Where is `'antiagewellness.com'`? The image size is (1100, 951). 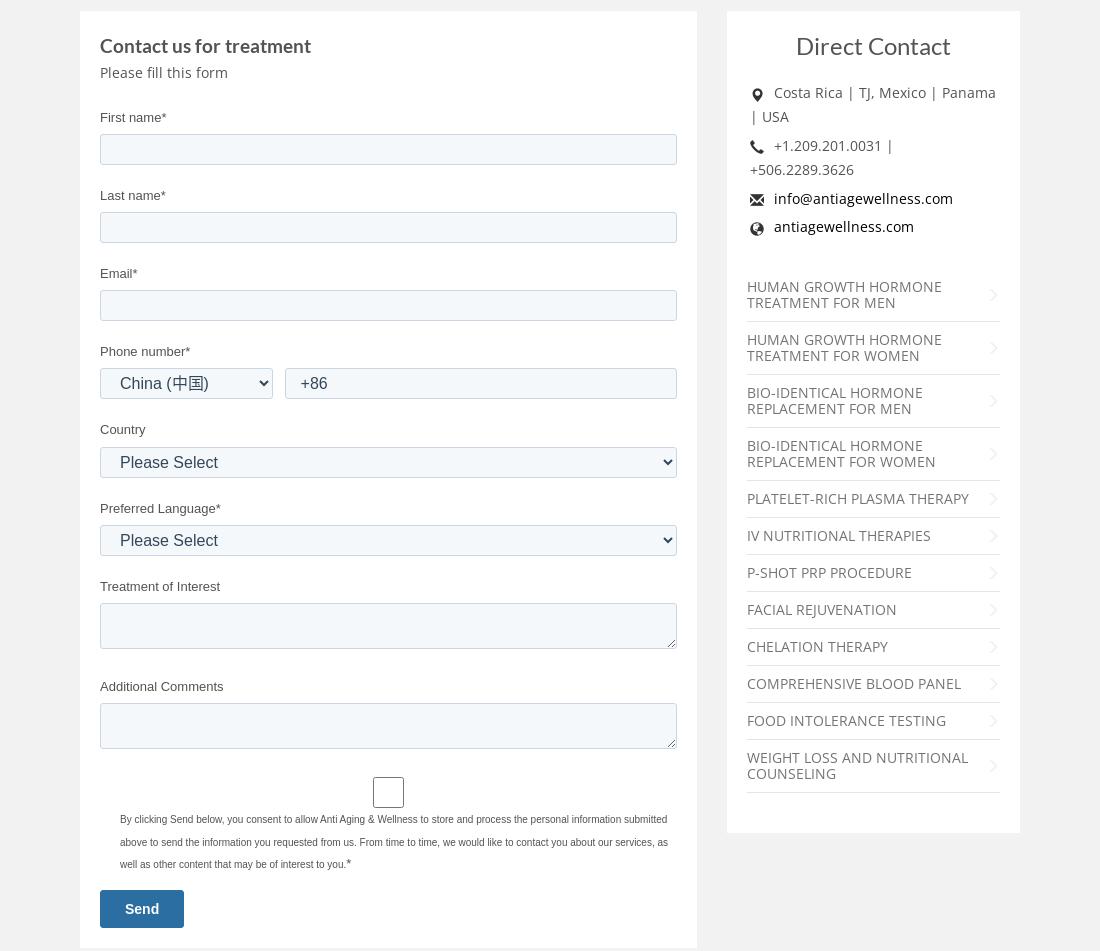 'antiagewellness.com' is located at coordinates (842, 226).